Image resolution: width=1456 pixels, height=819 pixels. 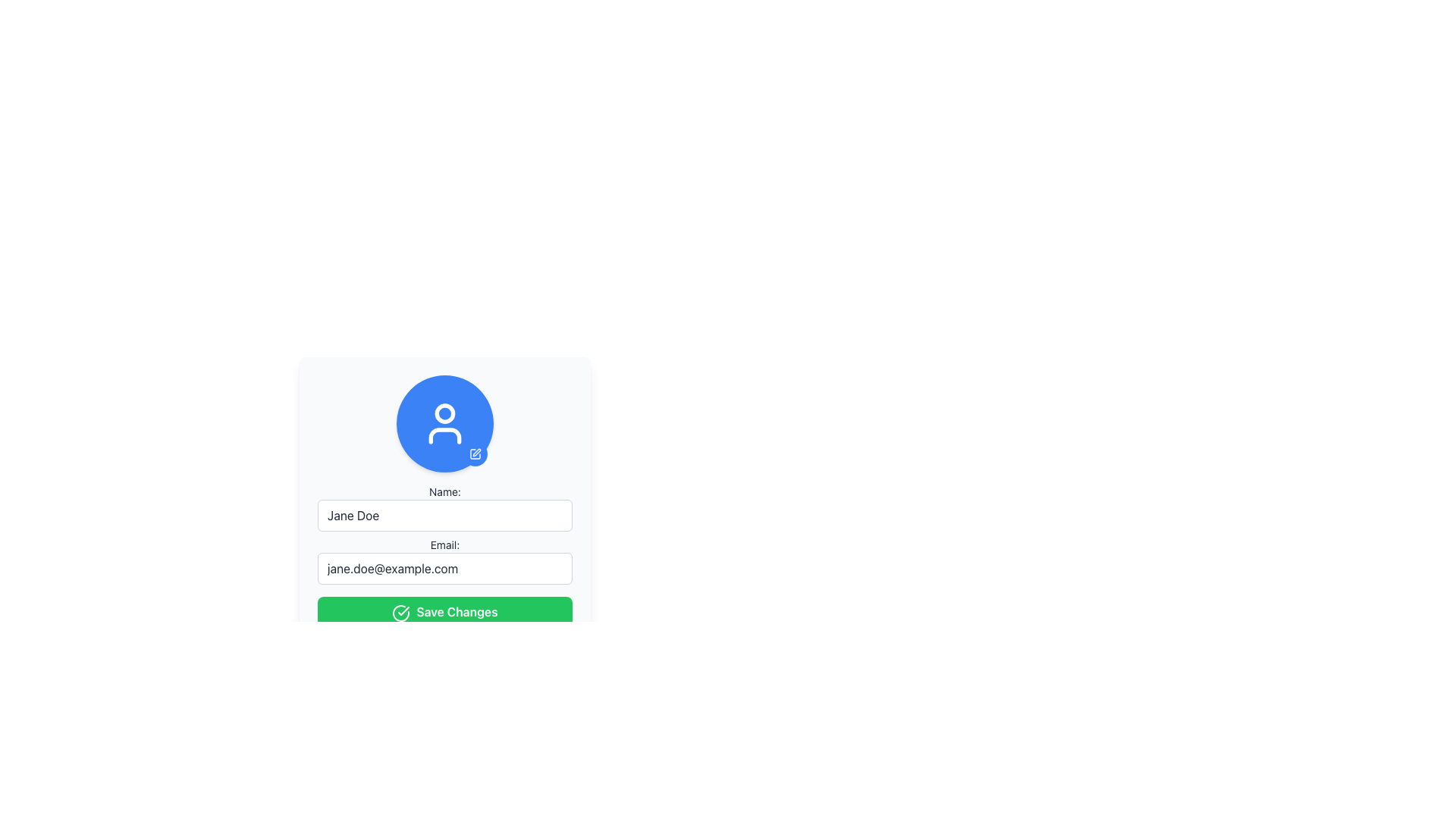 What do you see at coordinates (444, 424) in the screenshot?
I see `the User Profile Display circular blue icon with a white user avatar symbol` at bounding box center [444, 424].